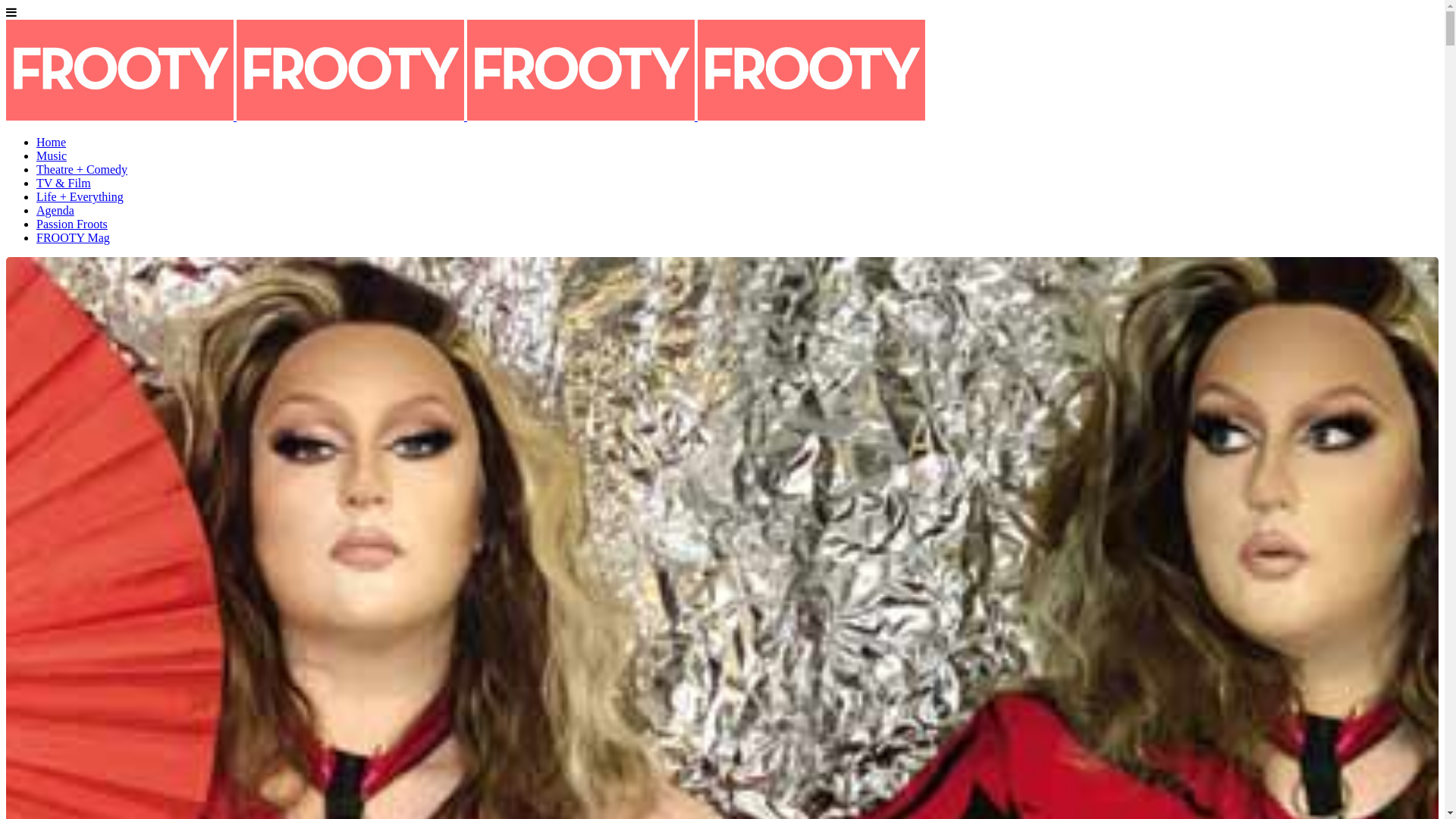  I want to click on 'Home', so click(51, 142).